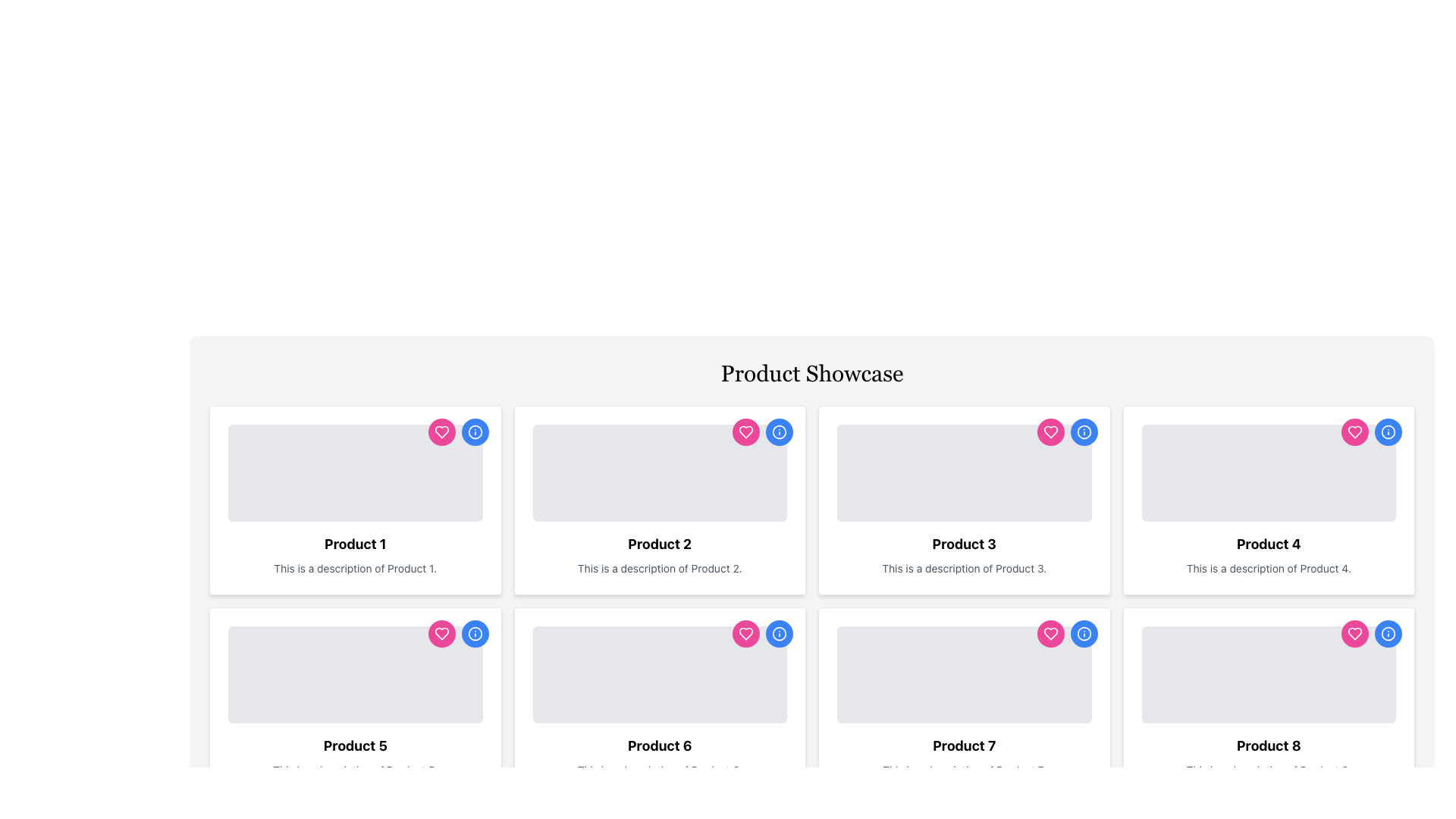 This screenshot has width=1456, height=819. Describe the element at coordinates (1388, 634) in the screenshot. I see `the circular button with a blue background and white outline, which contains an information icon ('i') in the center, located in the bottom-right corner of the card for 'Product 8'` at that location.